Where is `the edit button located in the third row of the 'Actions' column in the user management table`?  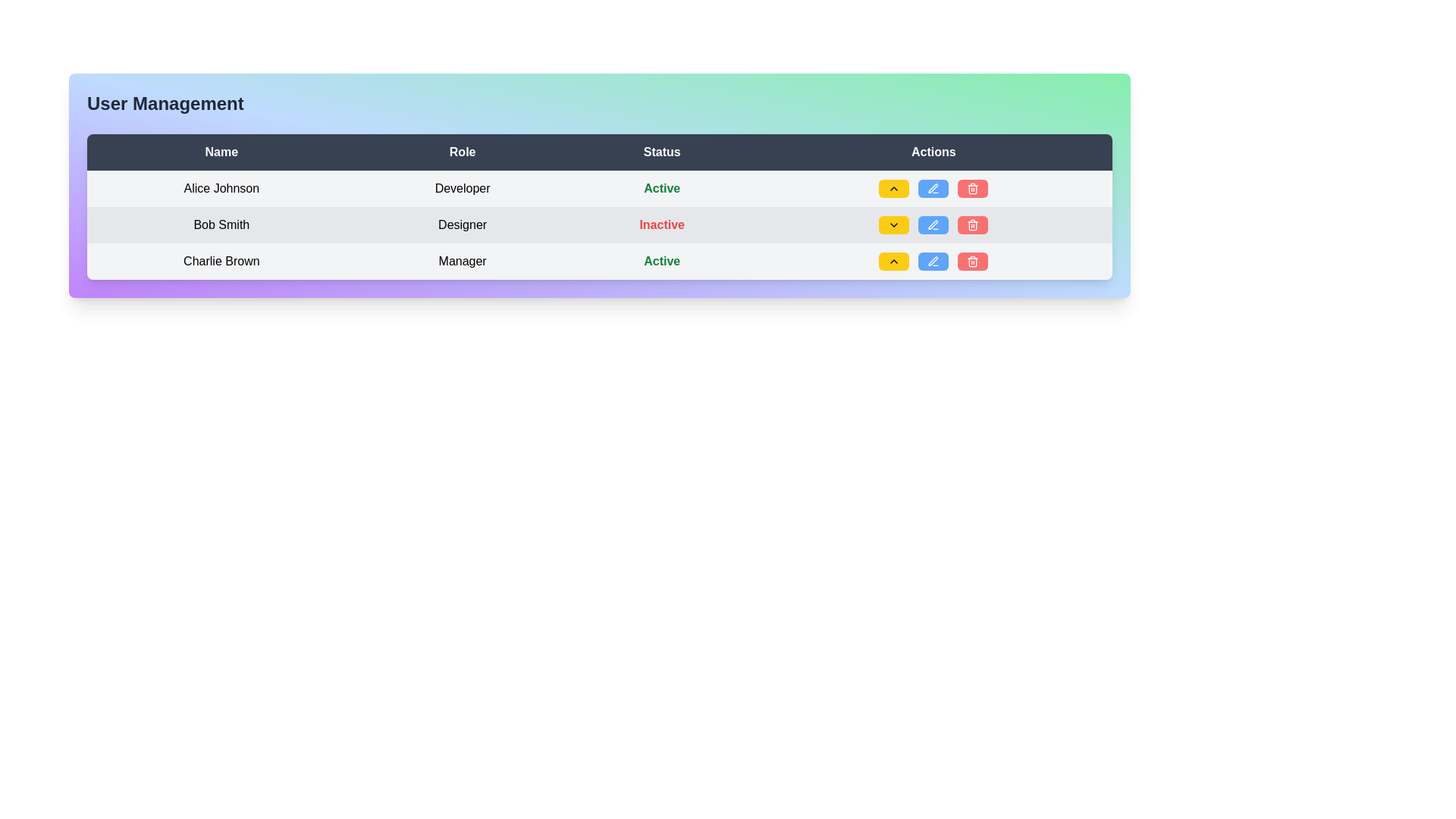
the edit button located in the third row of the 'Actions' column in the user management table is located at coordinates (932, 225).